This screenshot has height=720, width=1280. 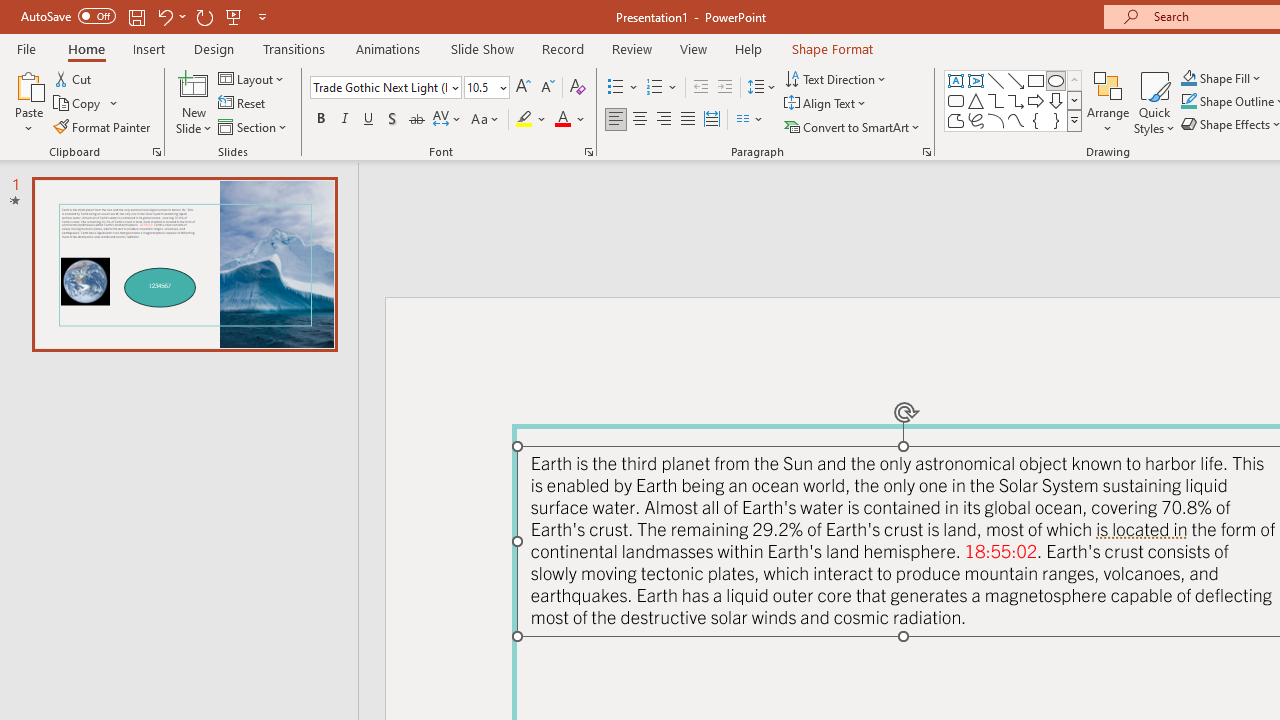 What do you see at coordinates (26, 47) in the screenshot?
I see `'File Tab'` at bounding box center [26, 47].